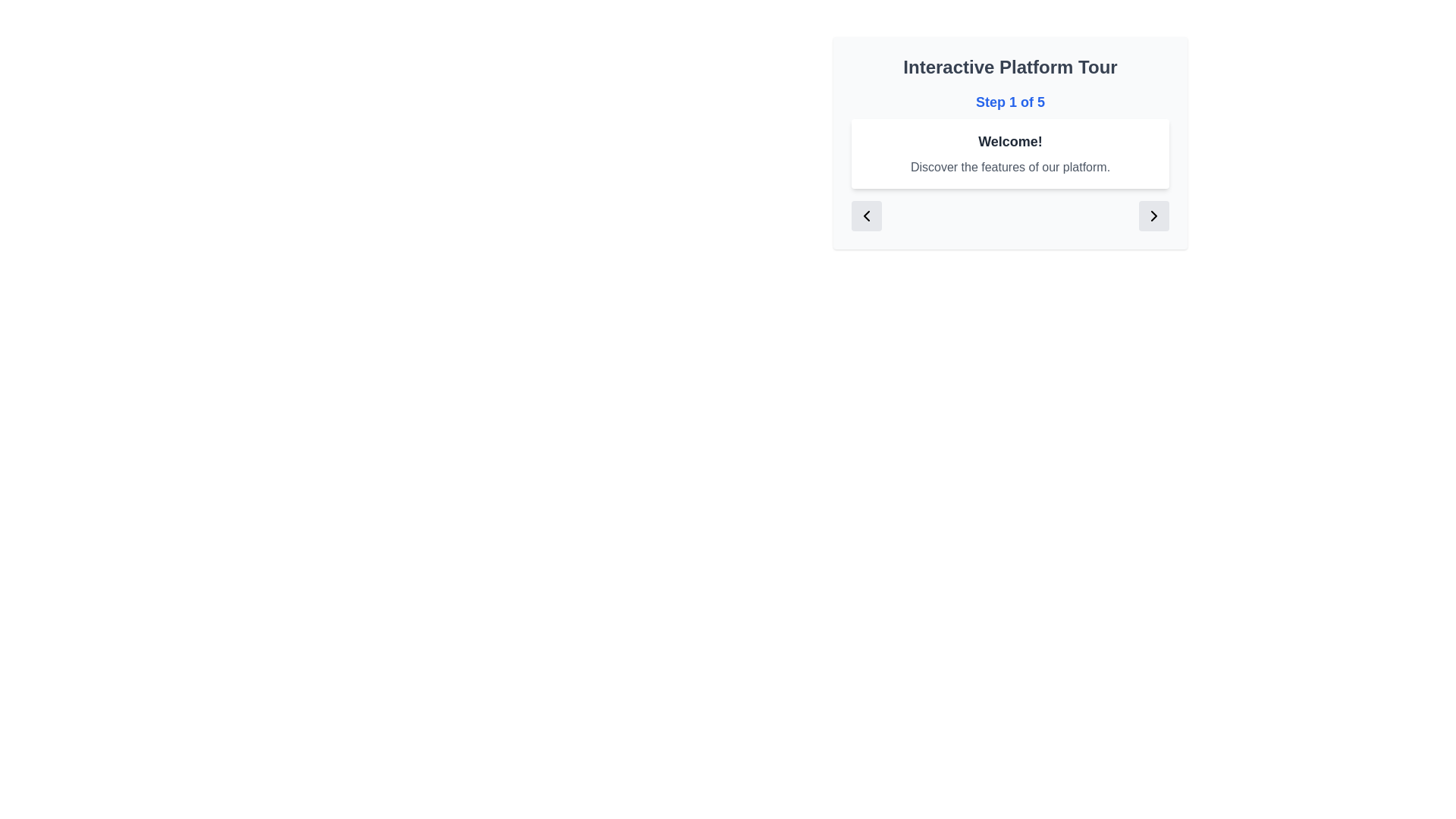  I want to click on the backward navigation icon button located inside the gray rounded button at the lower-left corner of the card-like interface box labeled 'Interactive Platform Tour', so click(866, 216).